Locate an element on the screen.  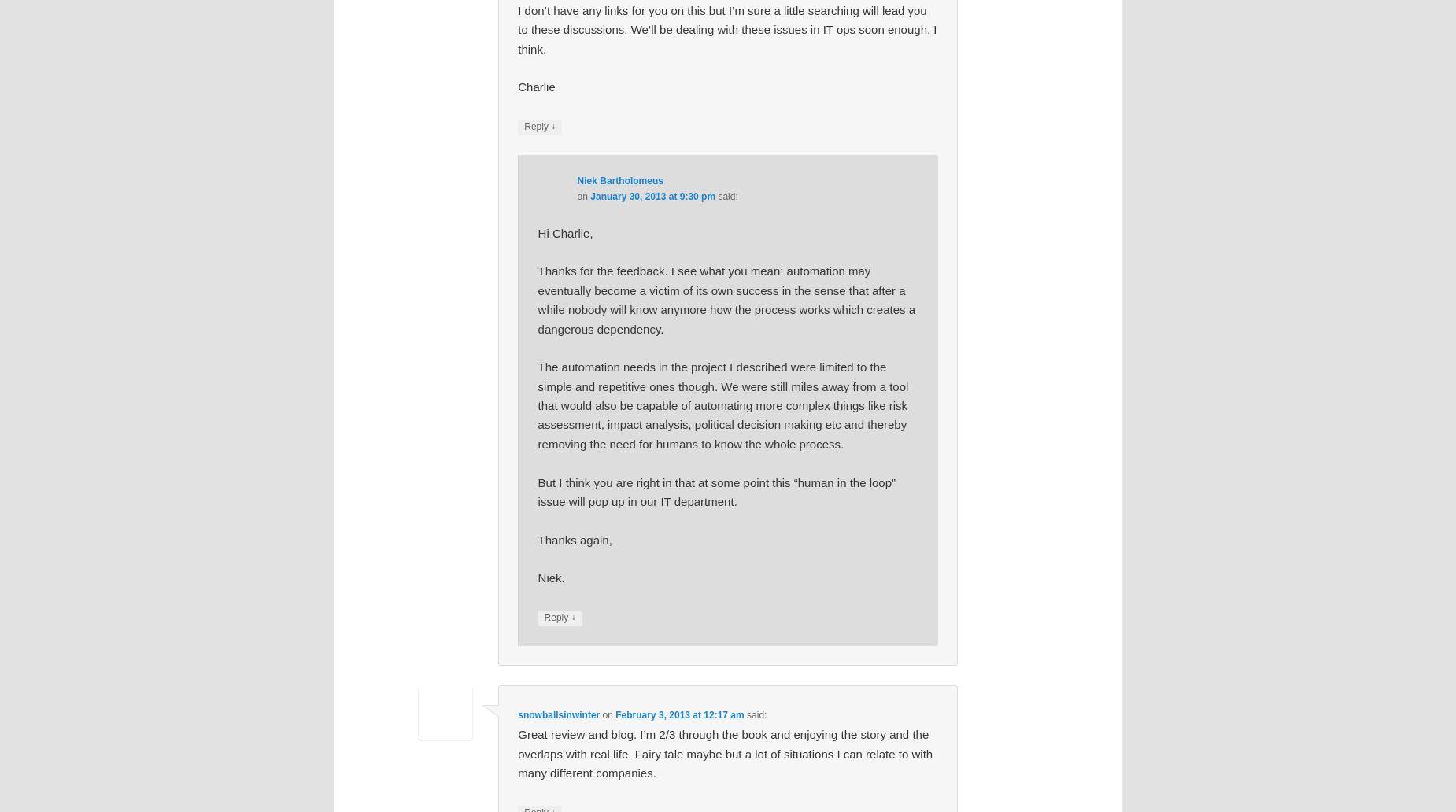
'Great review and blog.  I’m 2/3 through the book and enjoying the story and the overlaps with real life.  Fairy tale maybe but a lot of situations I can relate to with many different companies.' is located at coordinates (725, 753).